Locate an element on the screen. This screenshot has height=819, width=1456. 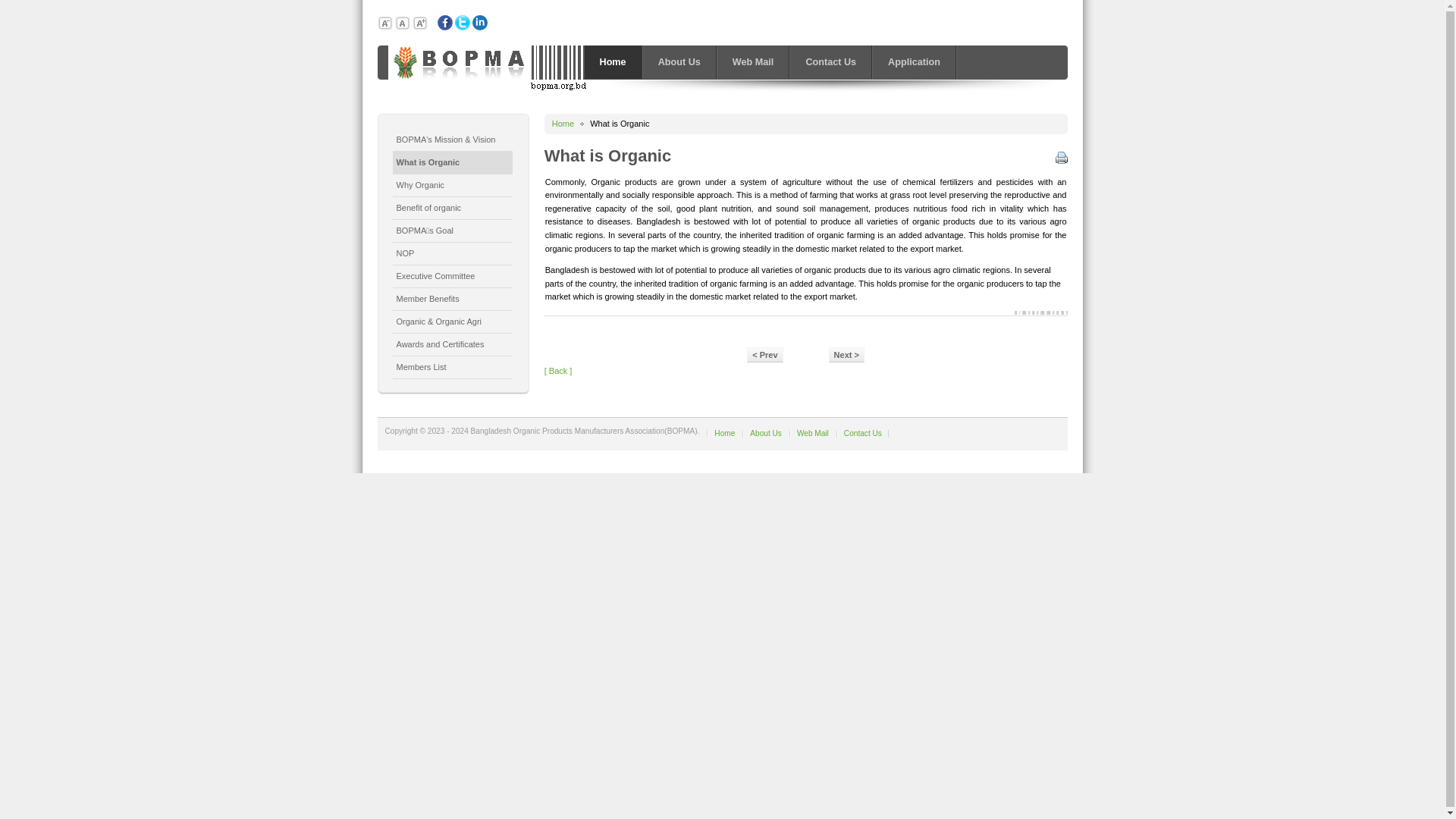
'Web Mail' is located at coordinates (753, 61).